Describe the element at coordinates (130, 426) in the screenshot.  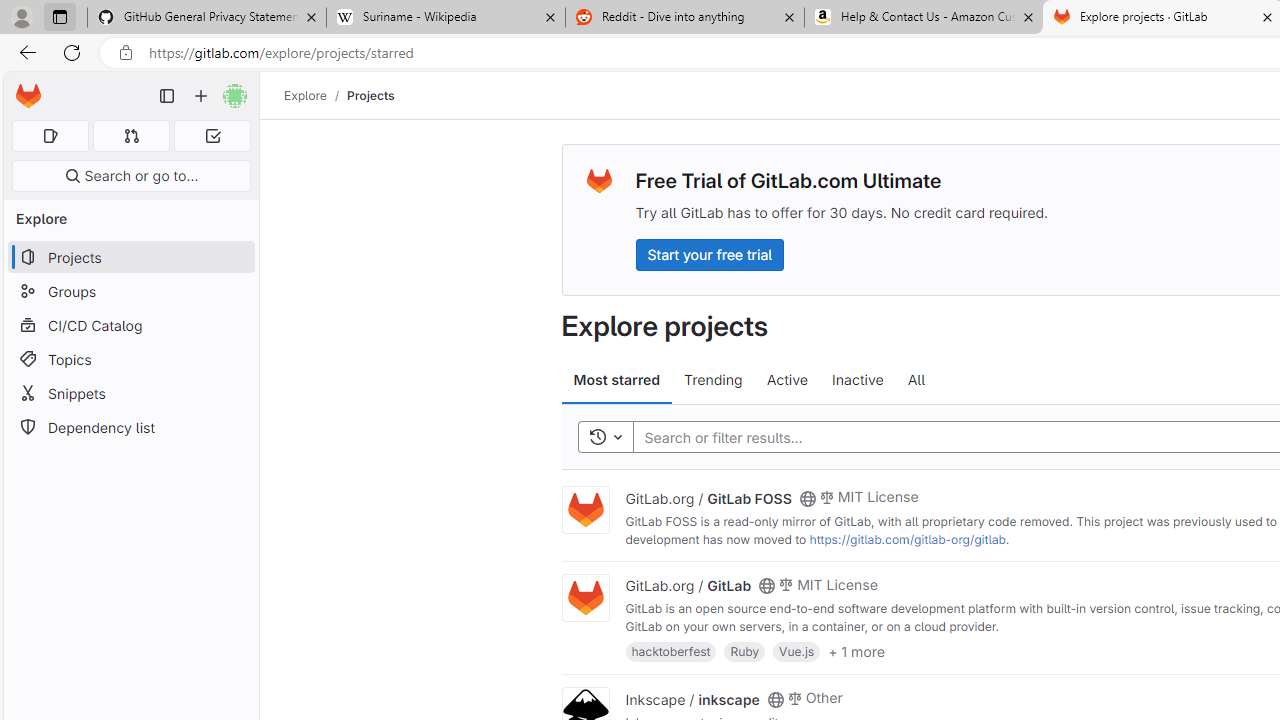
I see `'Dependency list'` at that location.